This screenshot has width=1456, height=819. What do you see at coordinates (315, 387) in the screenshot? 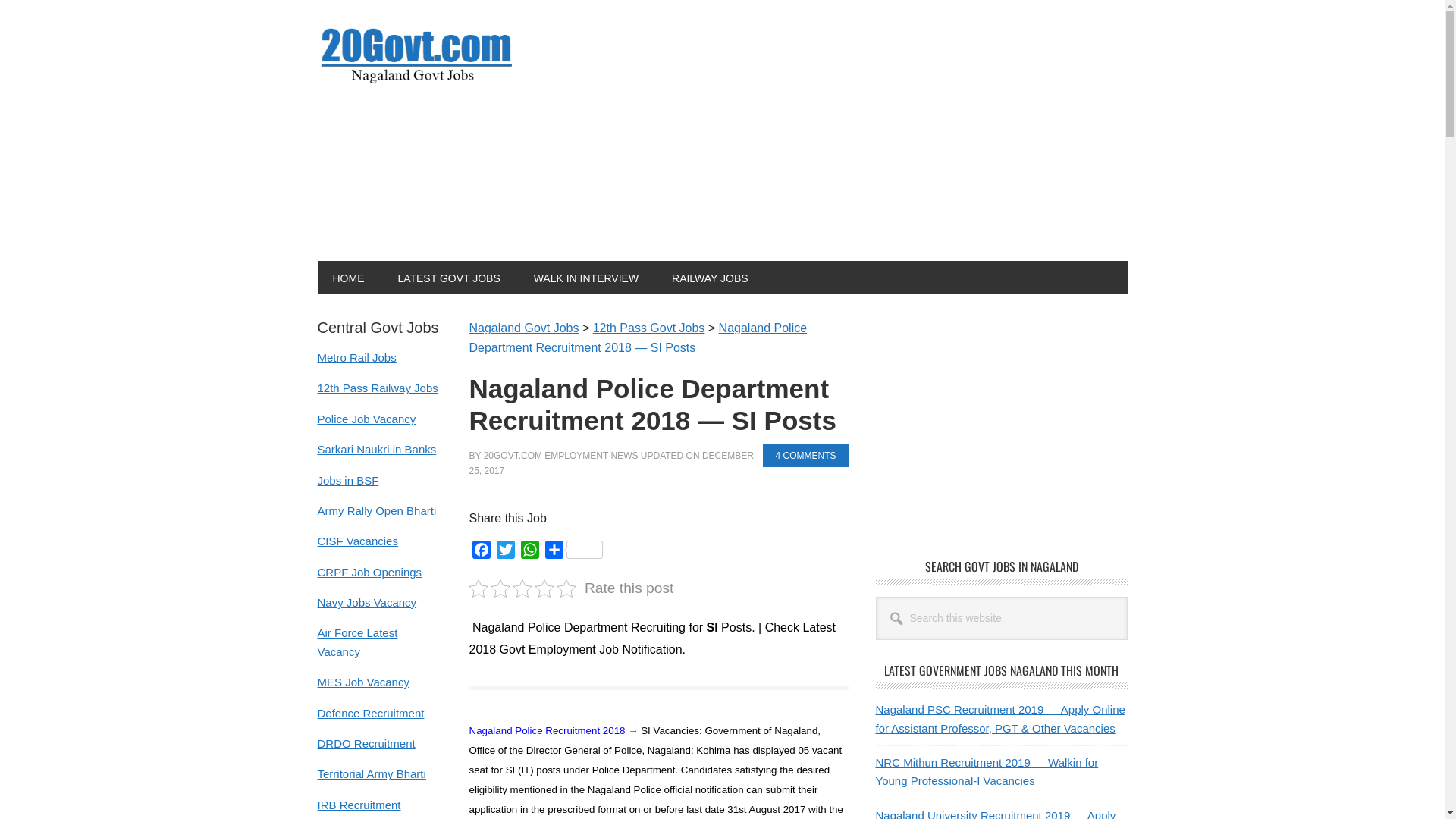
I see `'12th Pass Railway Jobs'` at bounding box center [315, 387].